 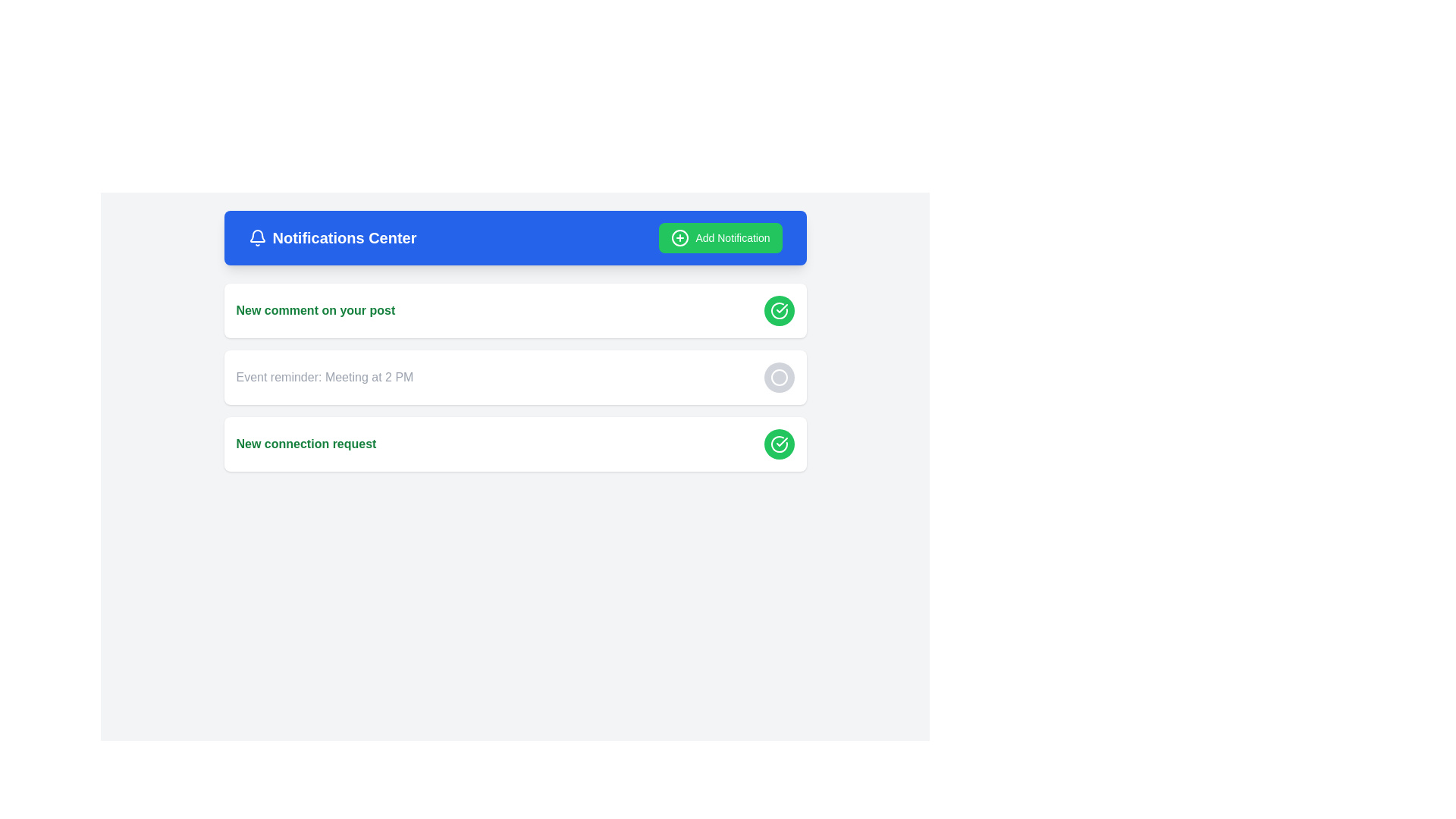 What do you see at coordinates (779, 376) in the screenshot?
I see `the SVG Circle graphic within the notification card titled 'Event reminder: Meeting at 2 PM'` at bounding box center [779, 376].